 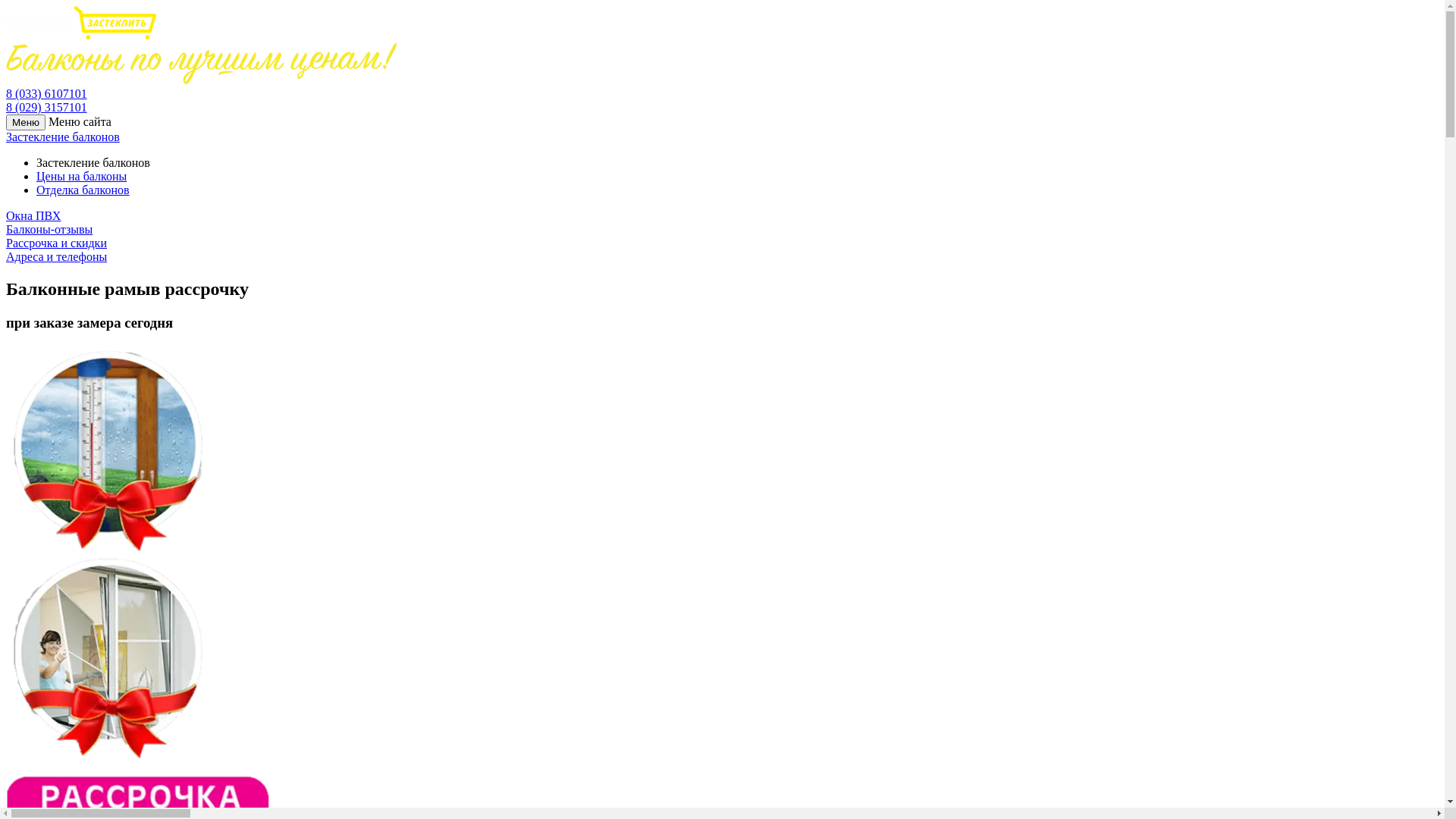 What do you see at coordinates (46, 106) in the screenshot?
I see `'8 (029) 3157101'` at bounding box center [46, 106].